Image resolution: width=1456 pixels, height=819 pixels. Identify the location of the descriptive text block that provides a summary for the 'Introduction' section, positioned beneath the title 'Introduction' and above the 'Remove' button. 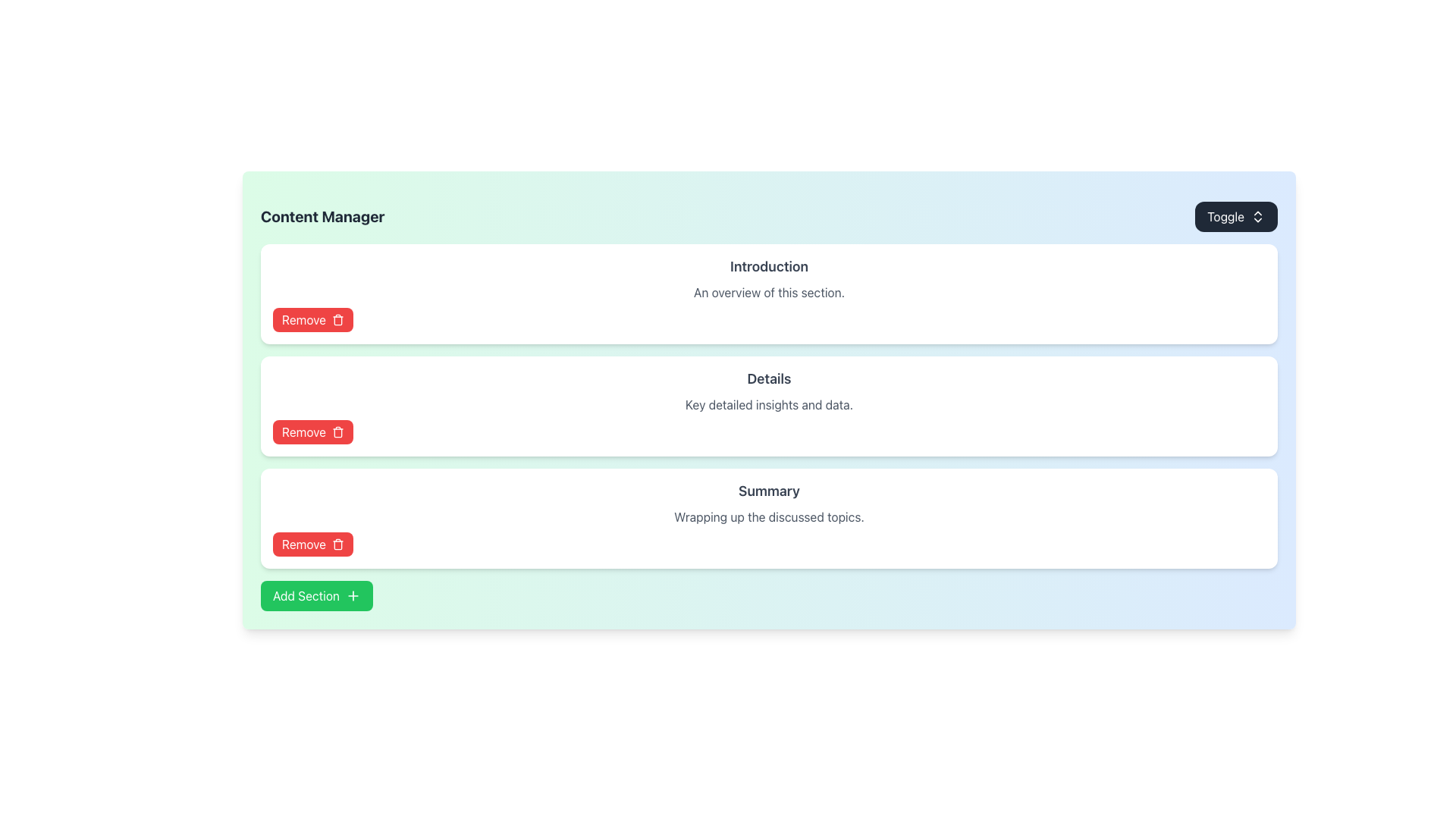
(769, 292).